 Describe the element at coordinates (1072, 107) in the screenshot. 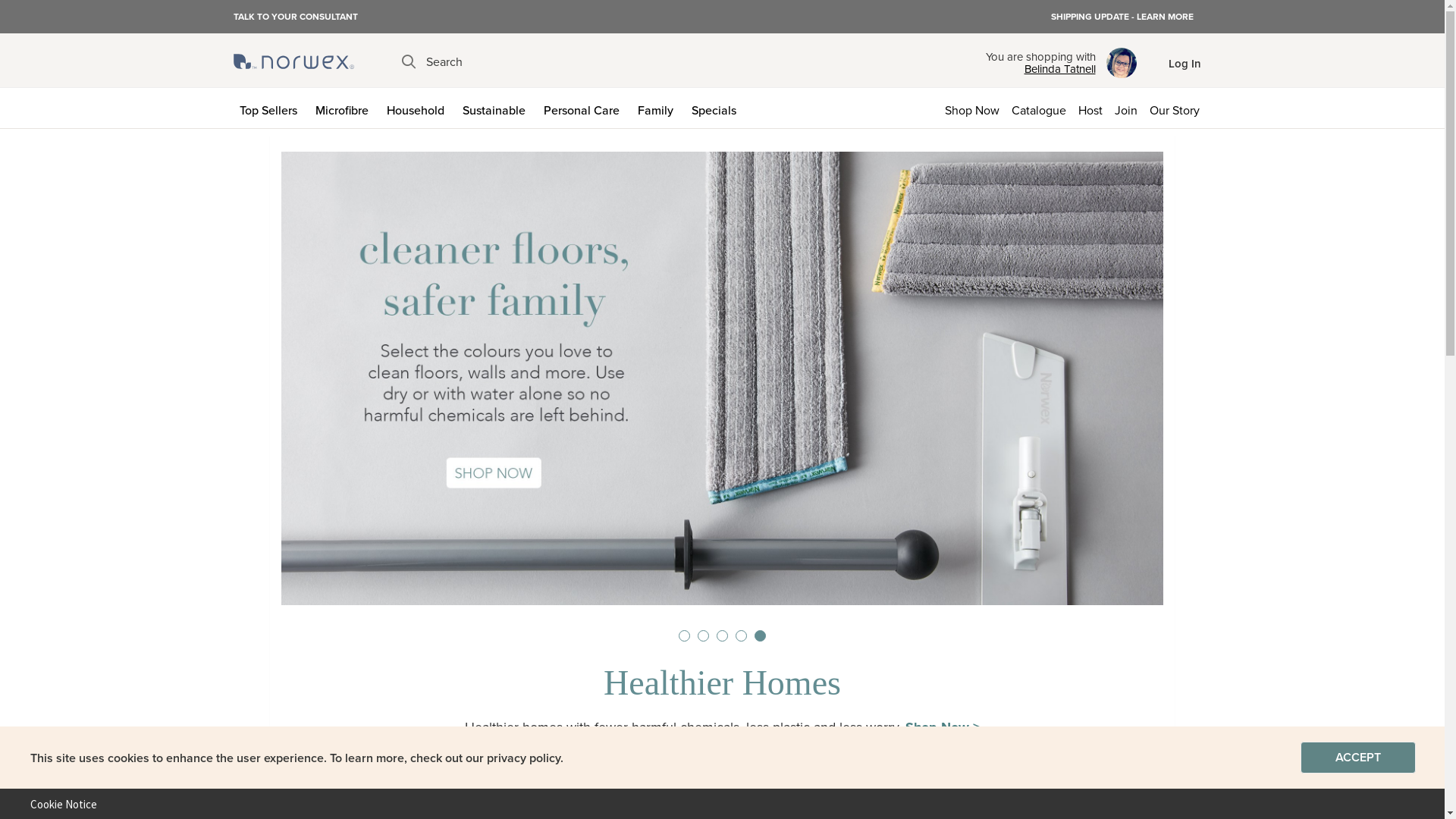

I see `'Host'` at that location.